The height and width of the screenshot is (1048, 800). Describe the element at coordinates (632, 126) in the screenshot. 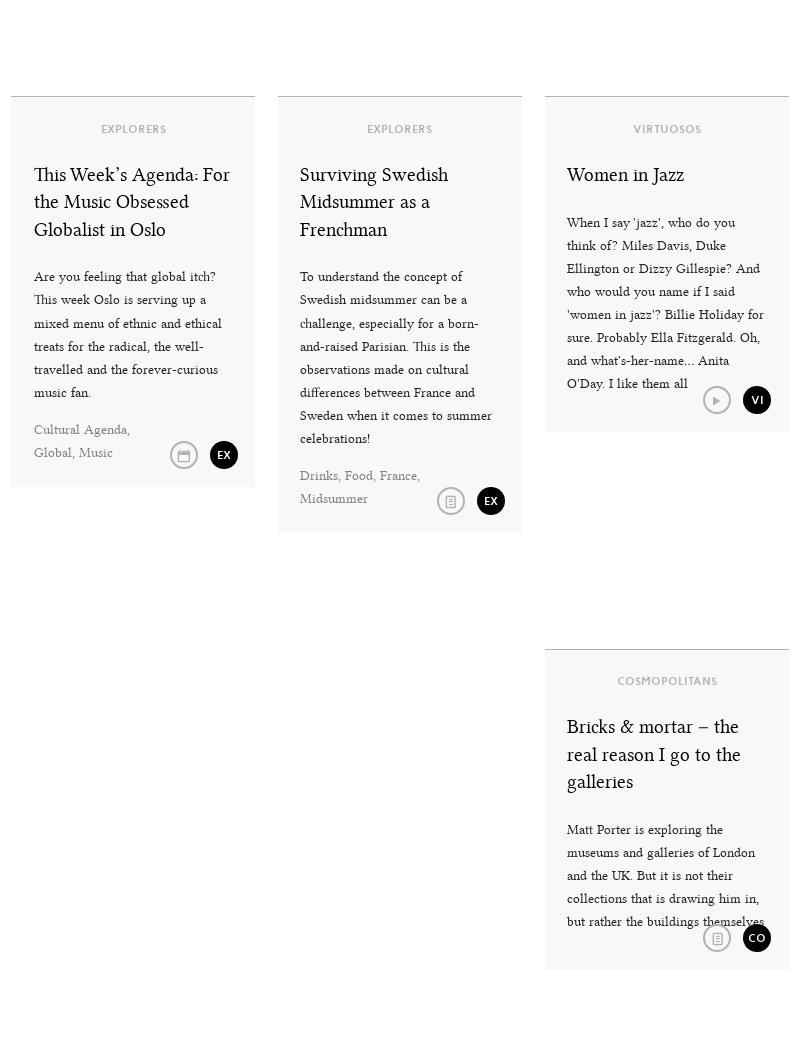

I see `'Virtuosos'` at that location.